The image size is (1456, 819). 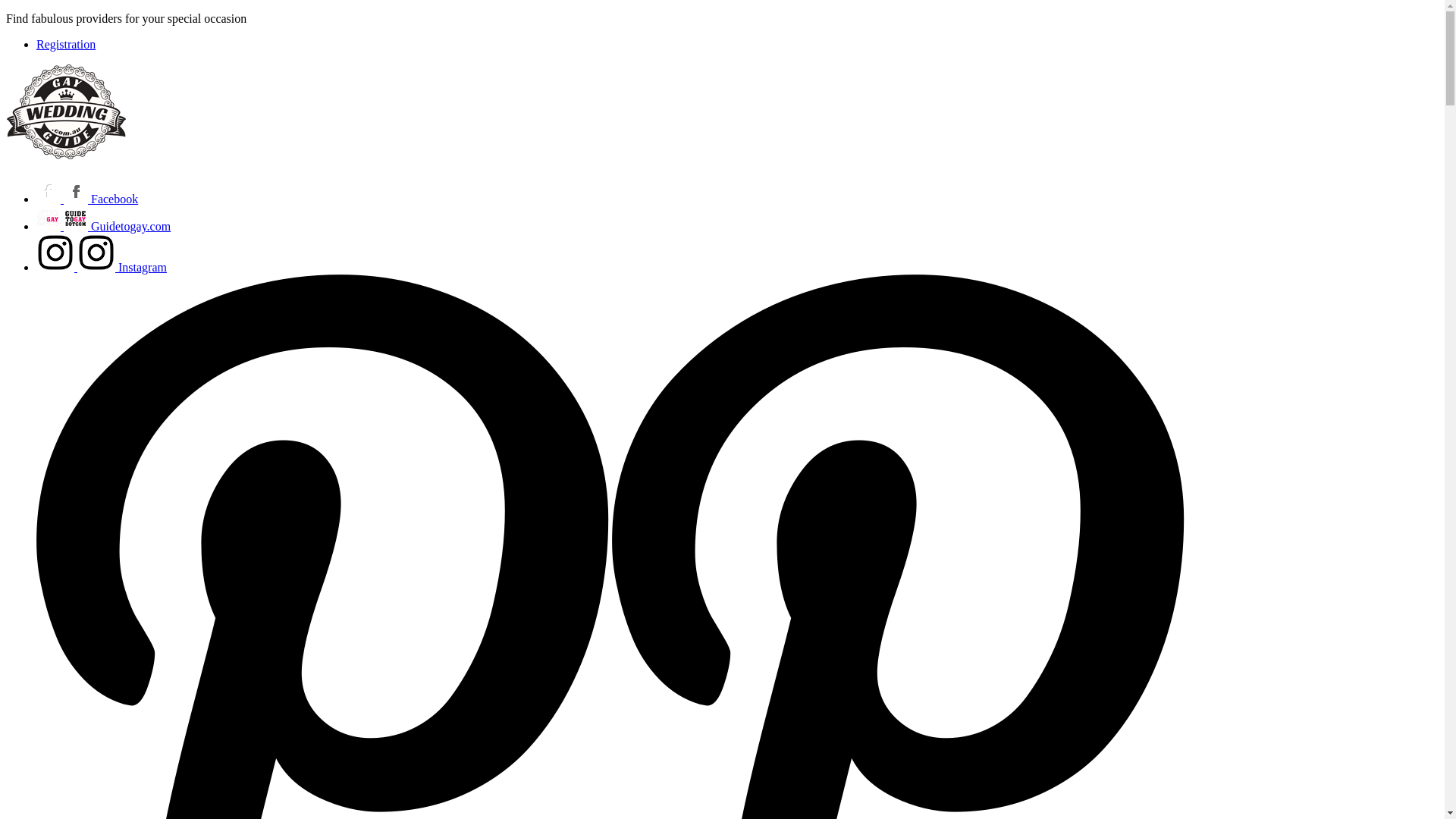 What do you see at coordinates (36, 266) in the screenshot?
I see `'Instagram'` at bounding box center [36, 266].